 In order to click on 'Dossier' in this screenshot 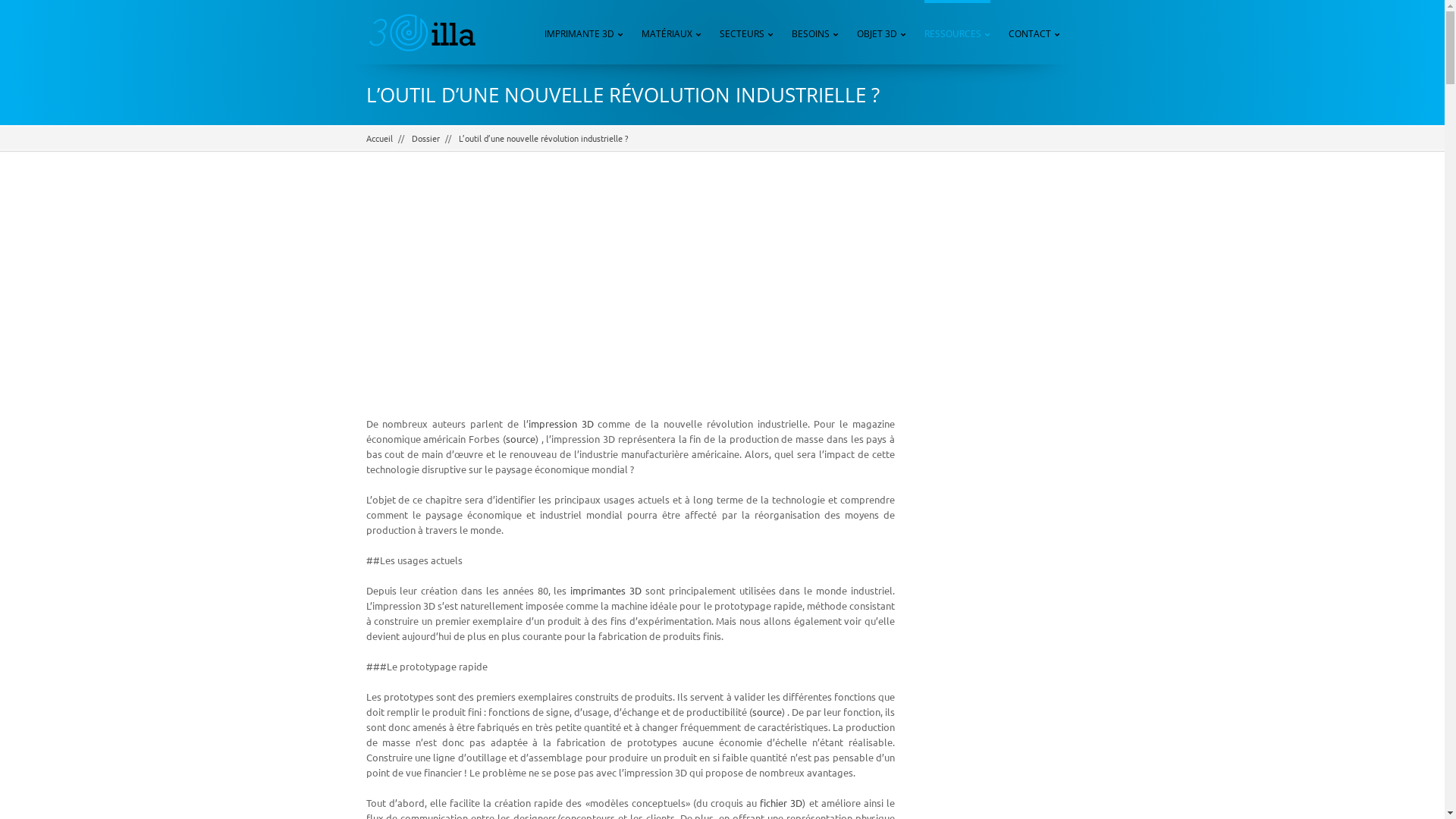, I will do `click(425, 137)`.